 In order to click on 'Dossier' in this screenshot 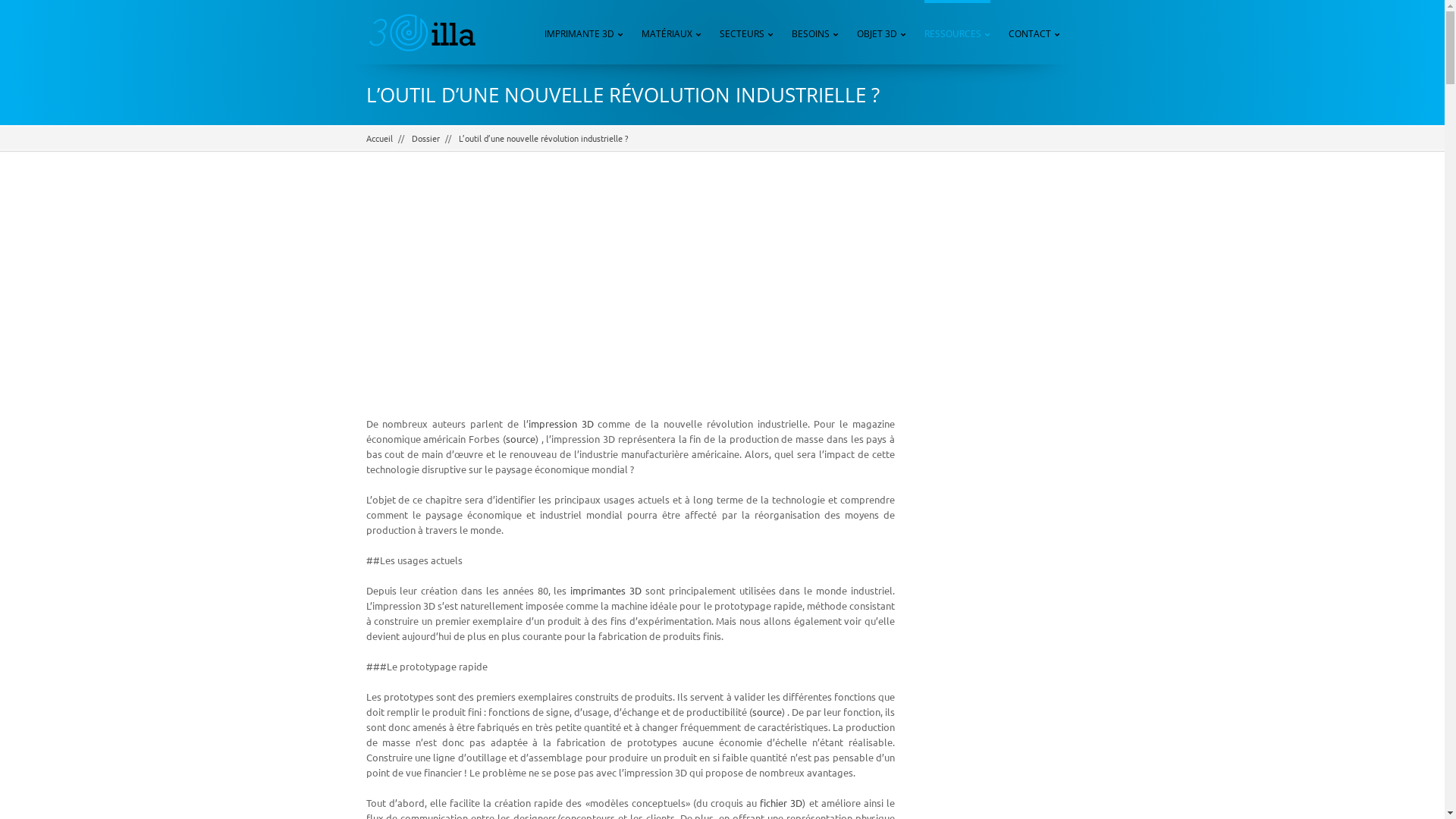, I will do `click(425, 137)`.